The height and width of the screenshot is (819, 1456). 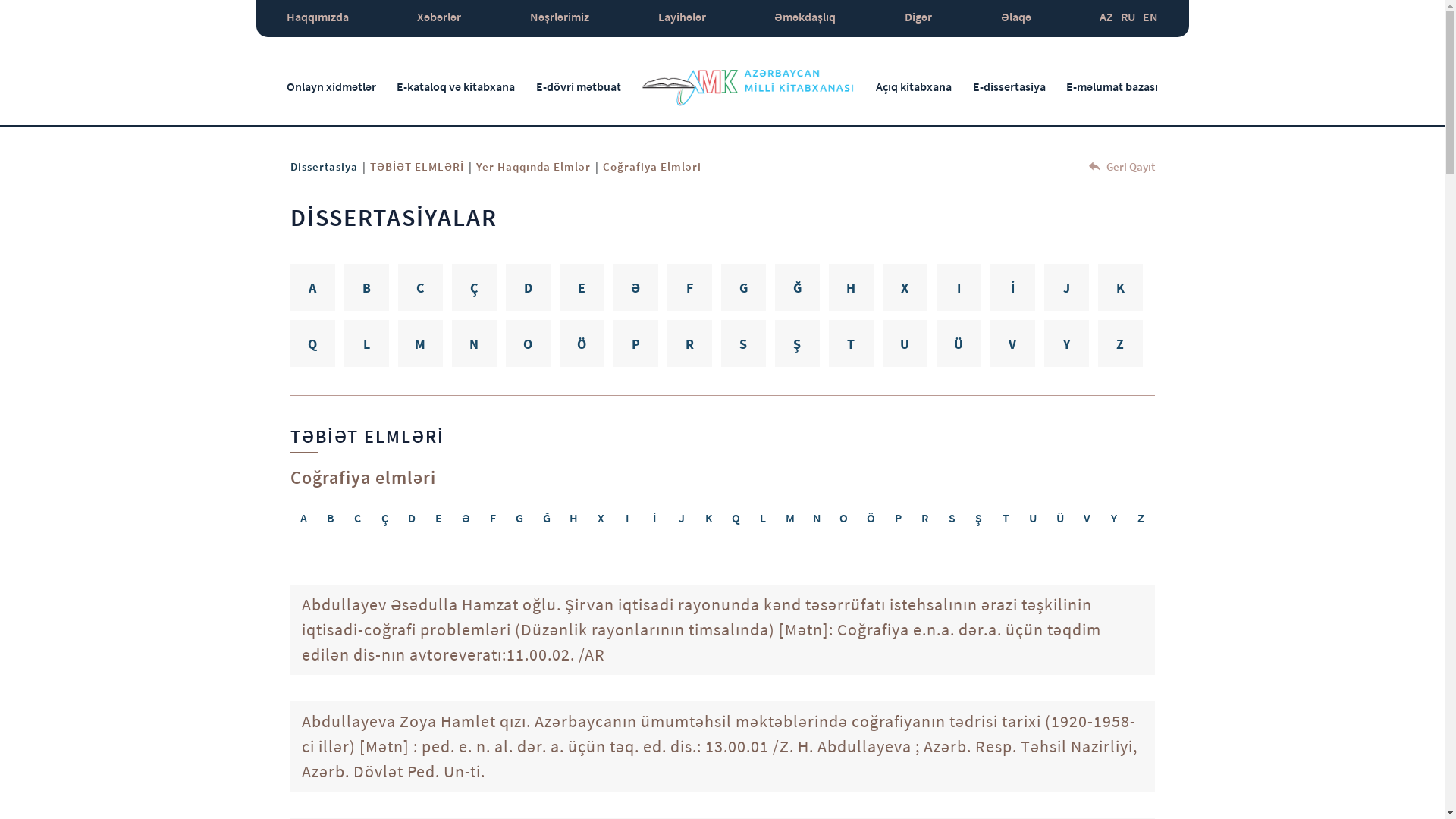 What do you see at coordinates (311, 287) in the screenshot?
I see `'A'` at bounding box center [311, 287].